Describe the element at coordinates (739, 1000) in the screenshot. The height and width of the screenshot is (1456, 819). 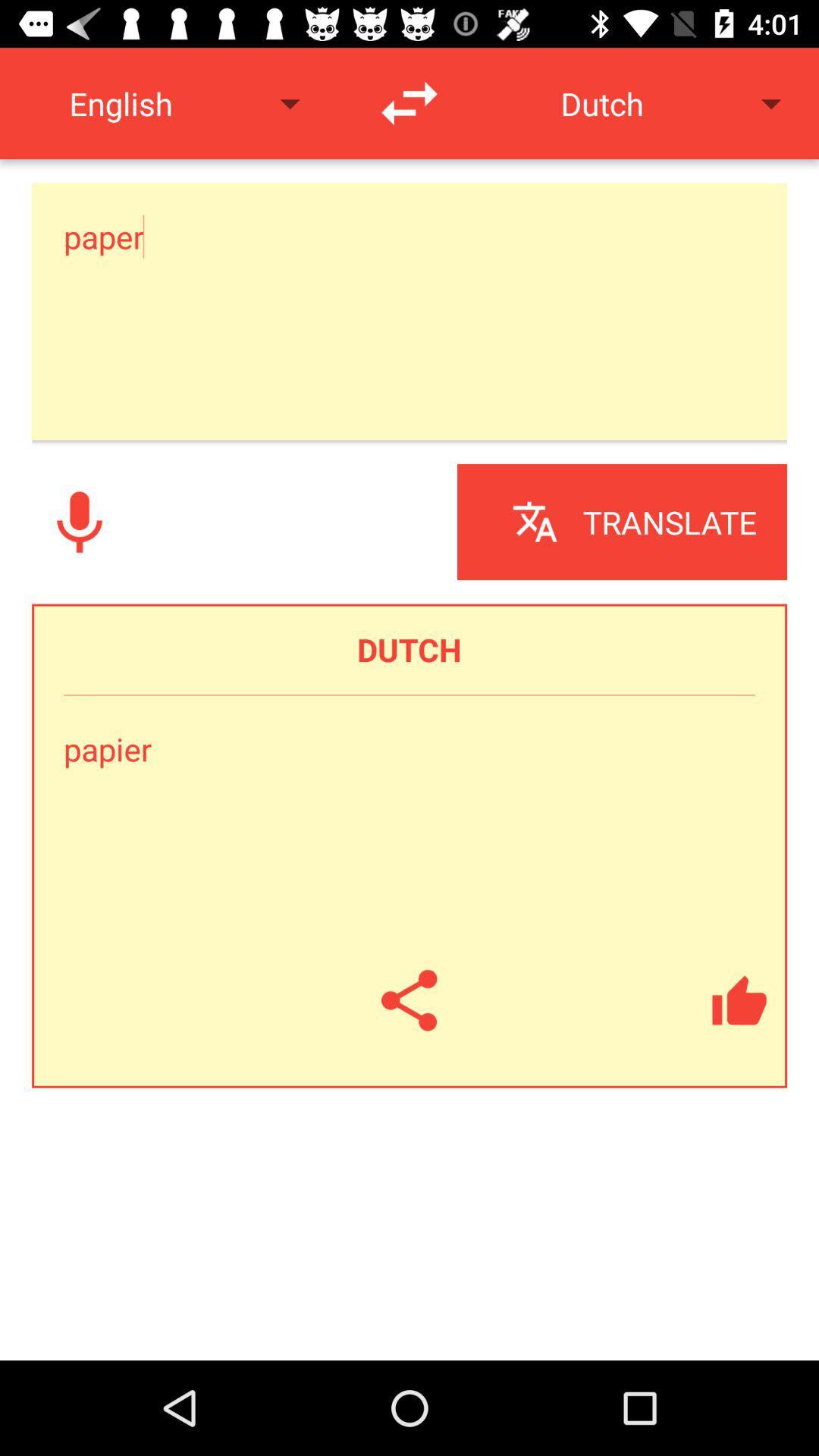
I see `like the content` at that location.